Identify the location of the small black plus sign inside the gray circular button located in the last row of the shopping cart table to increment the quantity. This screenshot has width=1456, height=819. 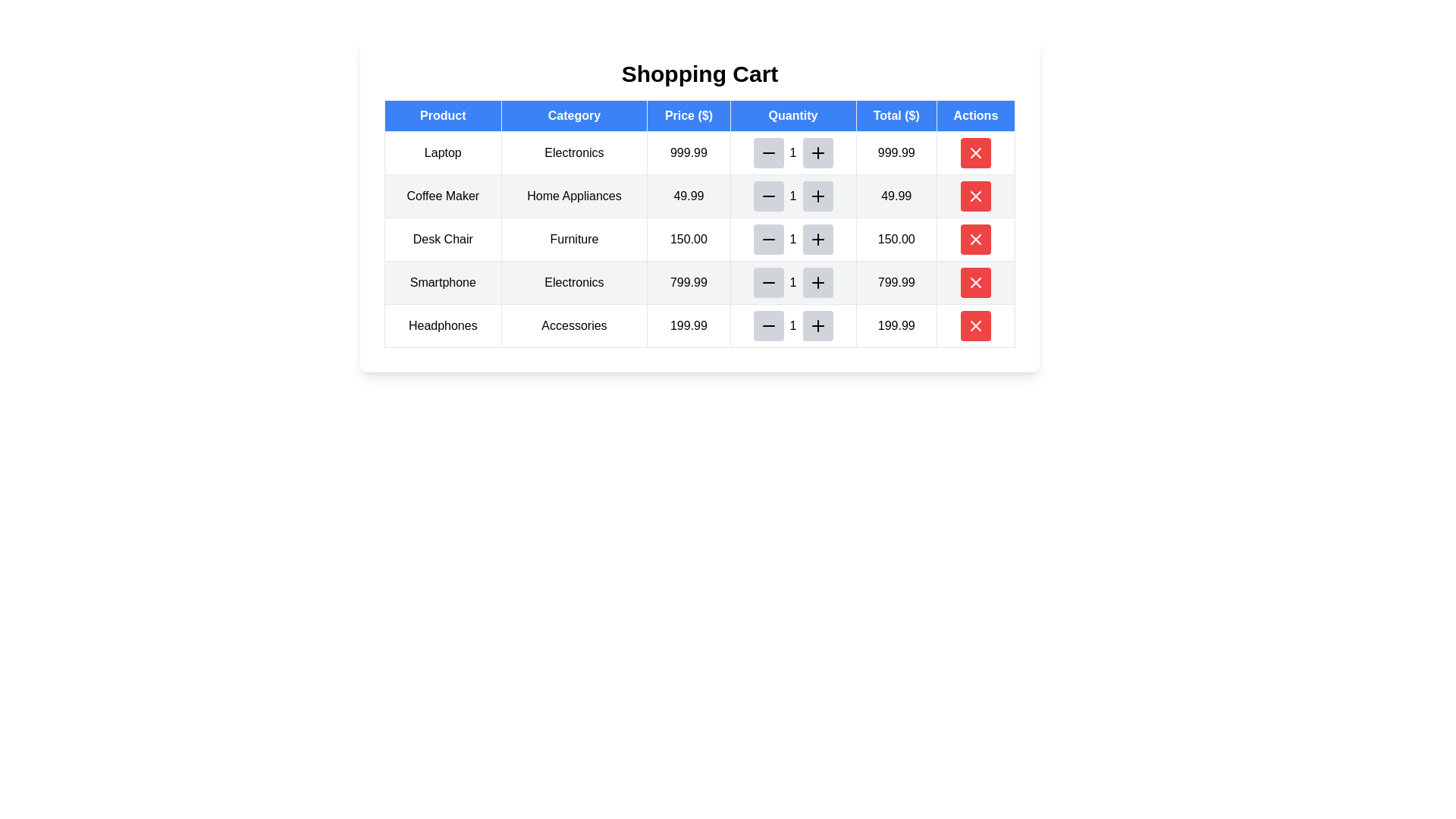
(817, 325).